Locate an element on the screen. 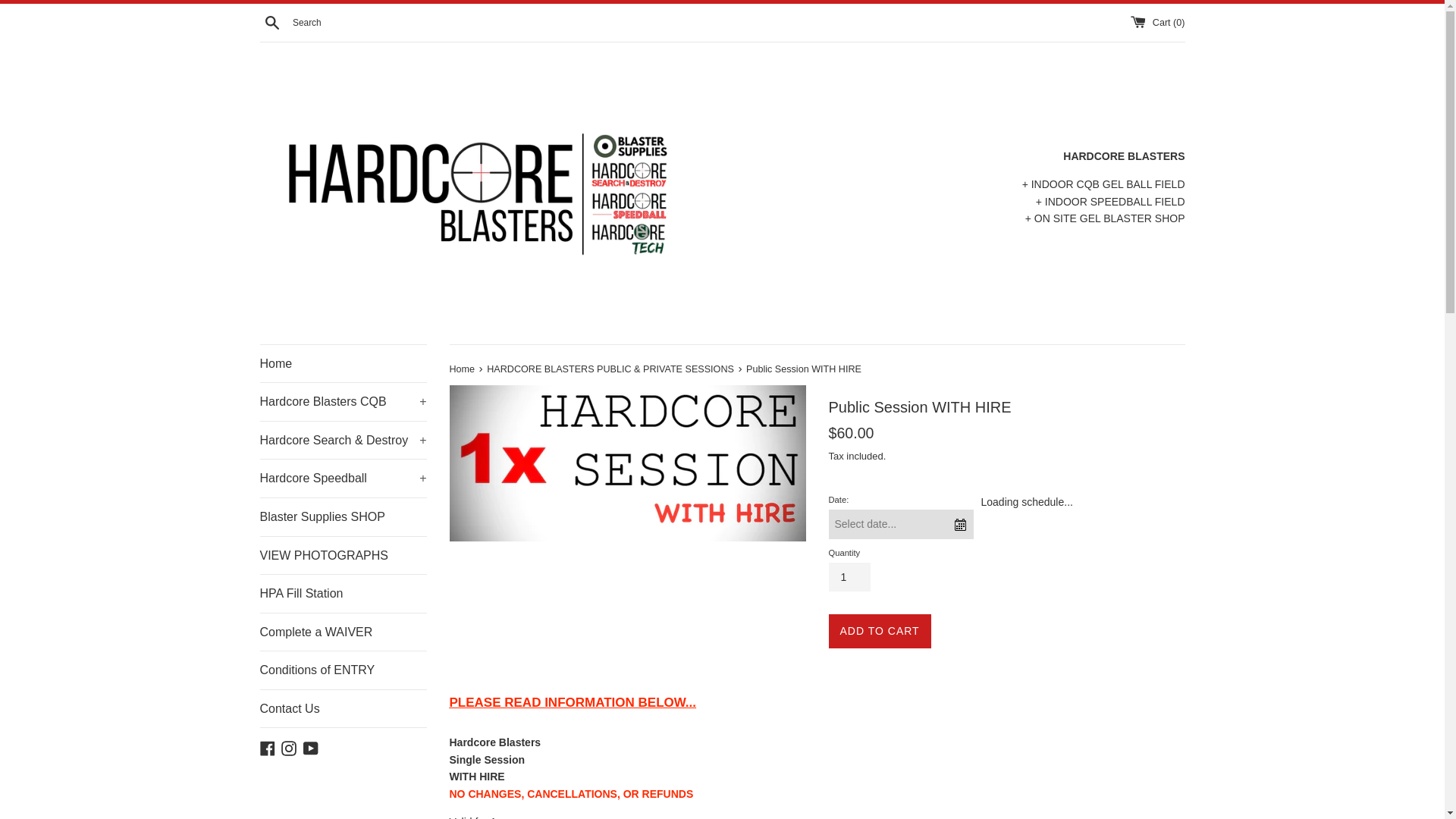 The height and width of the screenshot is (819, 1456). 'Blaster Supplies SHOP' is located at coordinates (341, 516).